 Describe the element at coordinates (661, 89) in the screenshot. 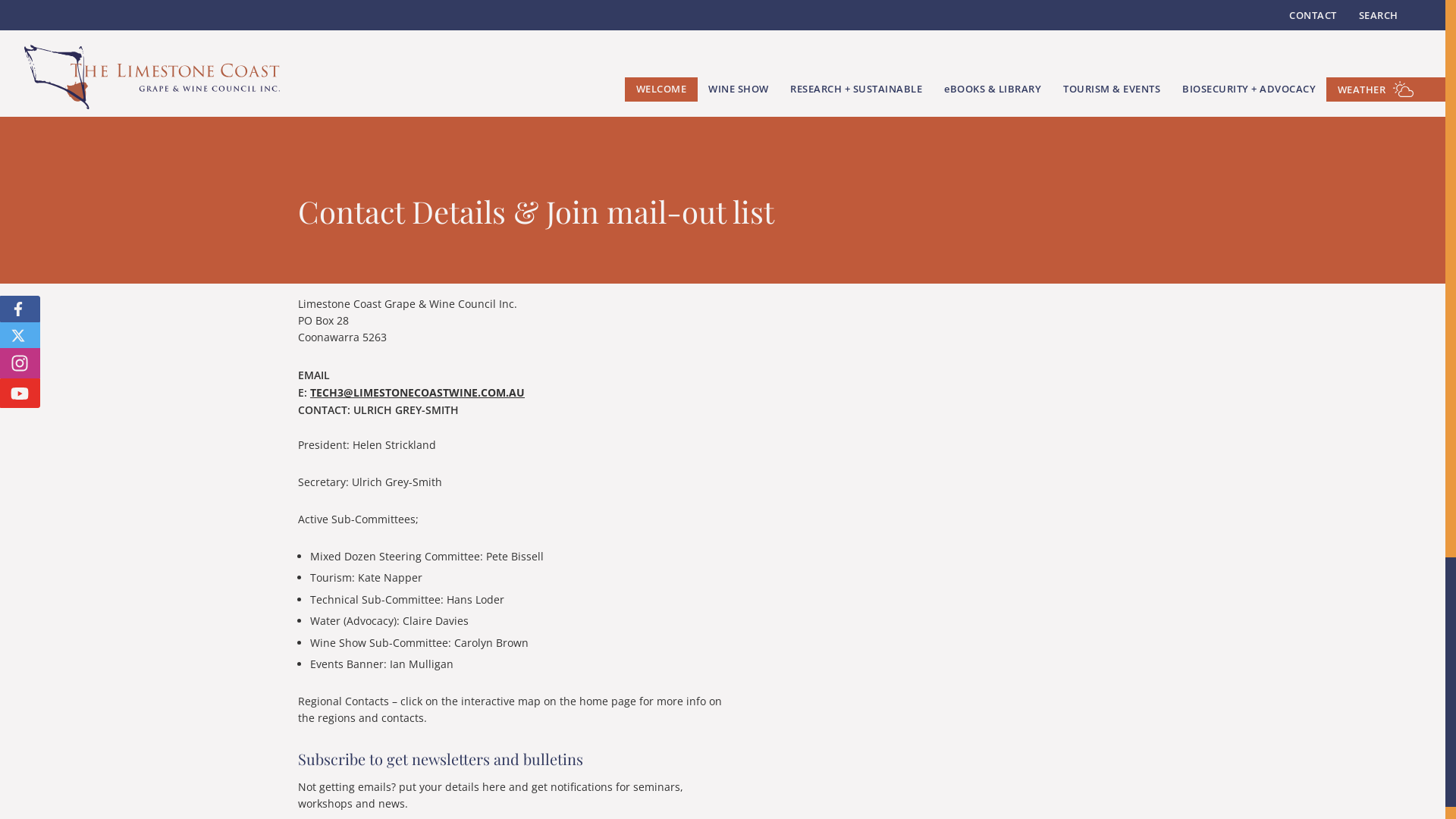

I see `'WELCOME'` at that location.